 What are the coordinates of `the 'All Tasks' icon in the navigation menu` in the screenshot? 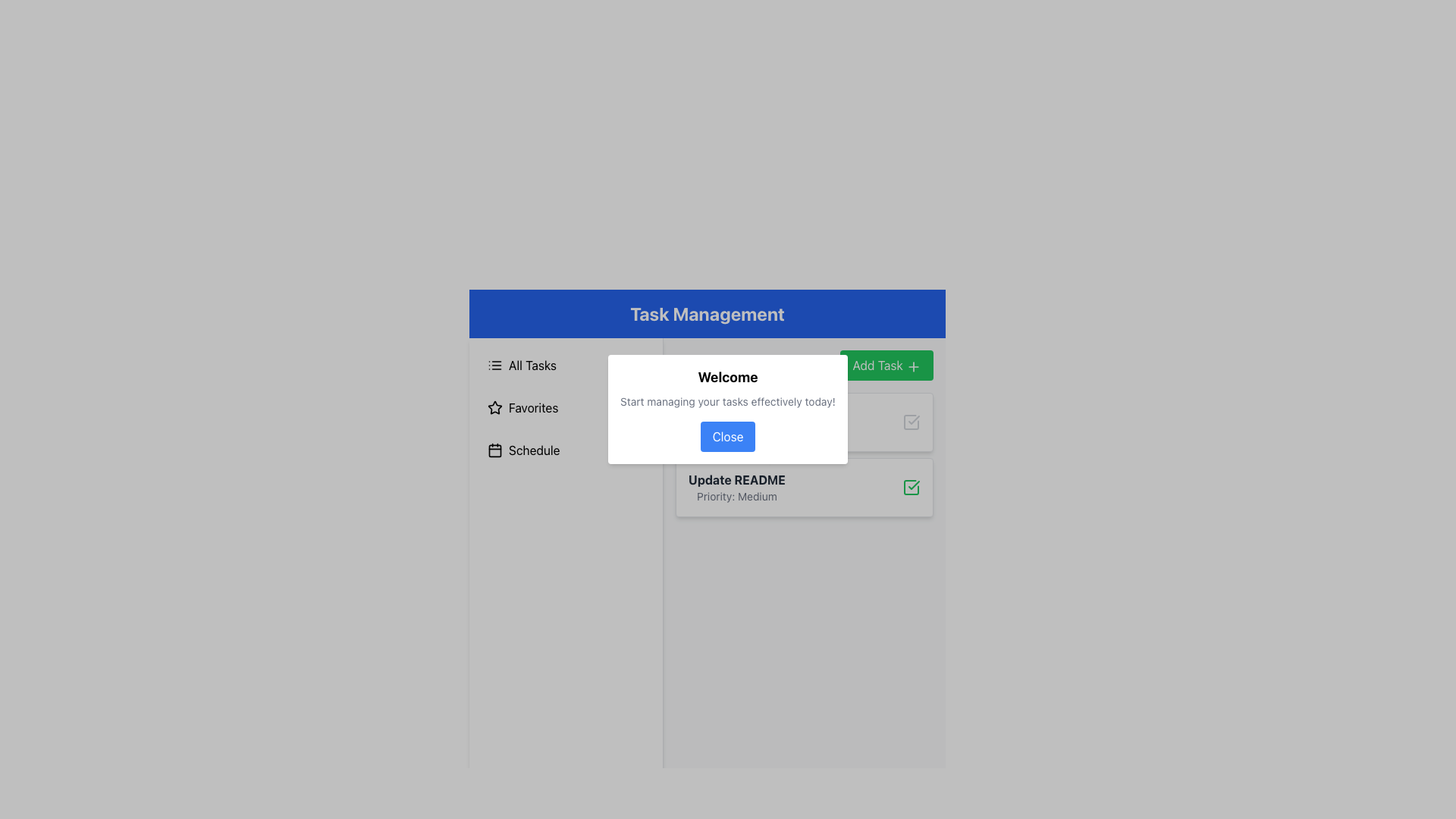 It's located at (494, 366).